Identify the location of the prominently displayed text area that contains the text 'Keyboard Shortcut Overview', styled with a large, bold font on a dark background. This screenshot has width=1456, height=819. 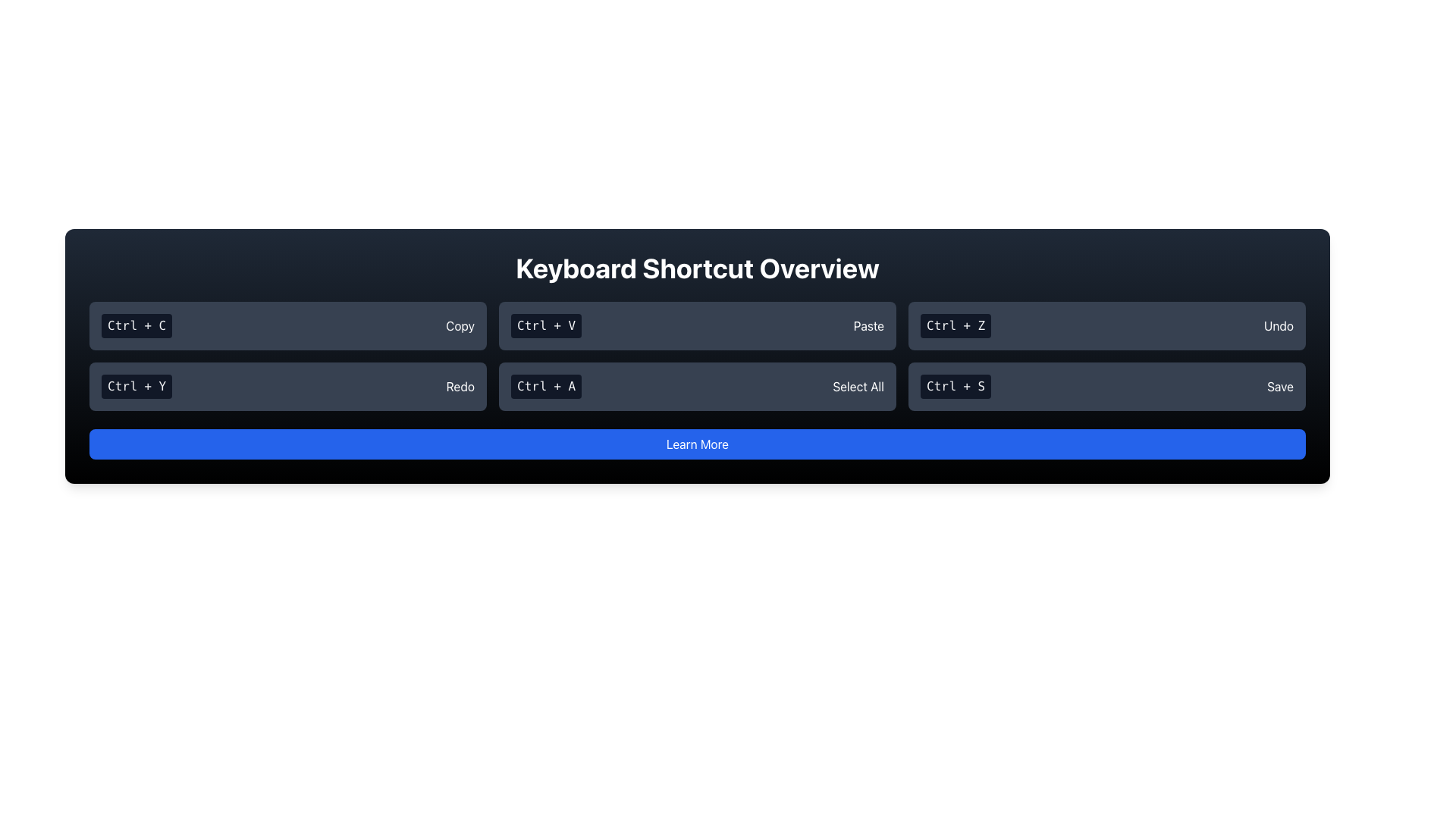
(697, 268).